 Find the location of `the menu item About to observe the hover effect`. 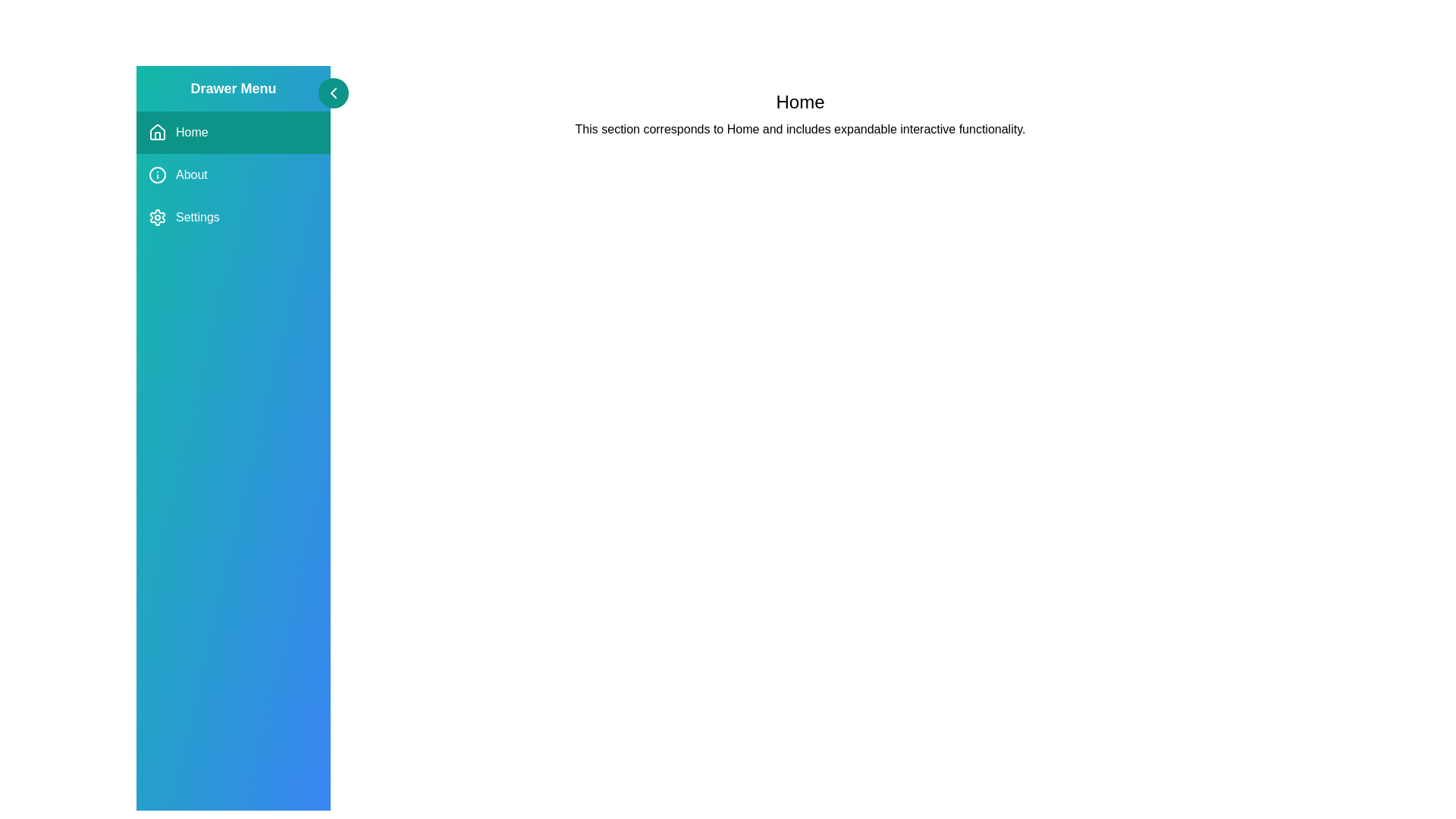

the menu item About to observe the hover effect is located at coordinates (232, 174).